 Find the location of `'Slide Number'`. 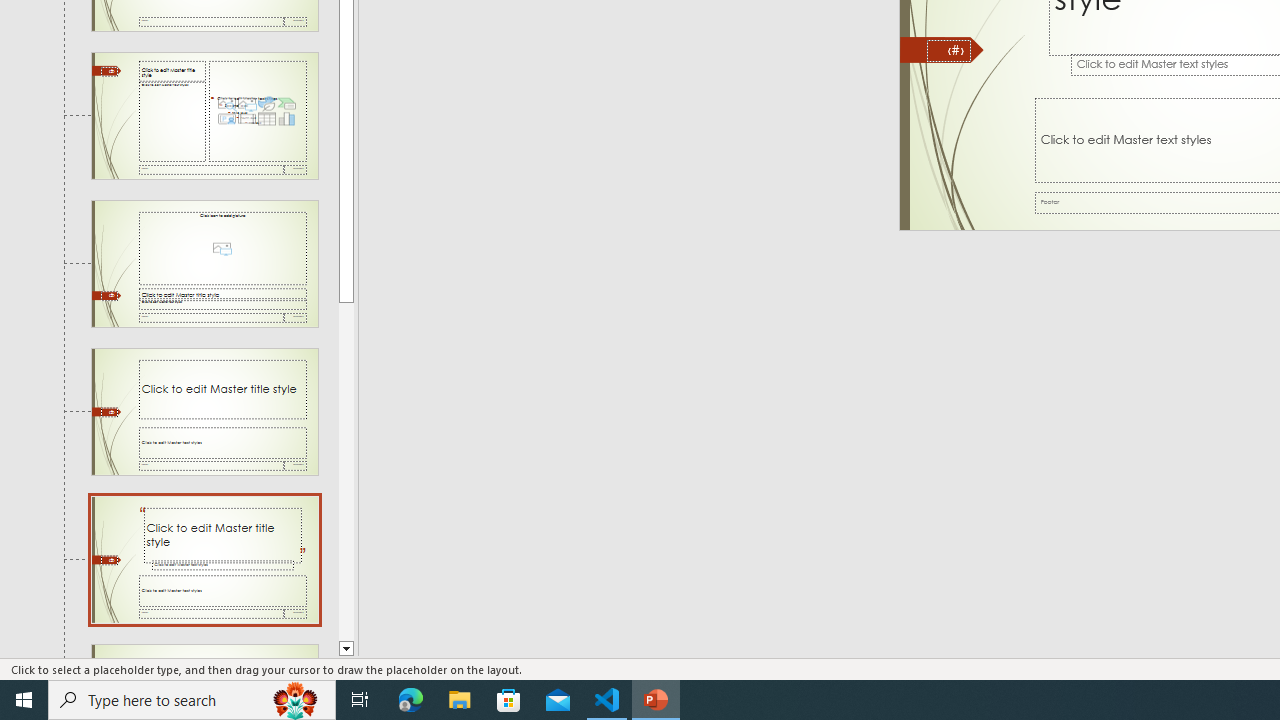

'Slide Number' is located at coordinates (948, 50).